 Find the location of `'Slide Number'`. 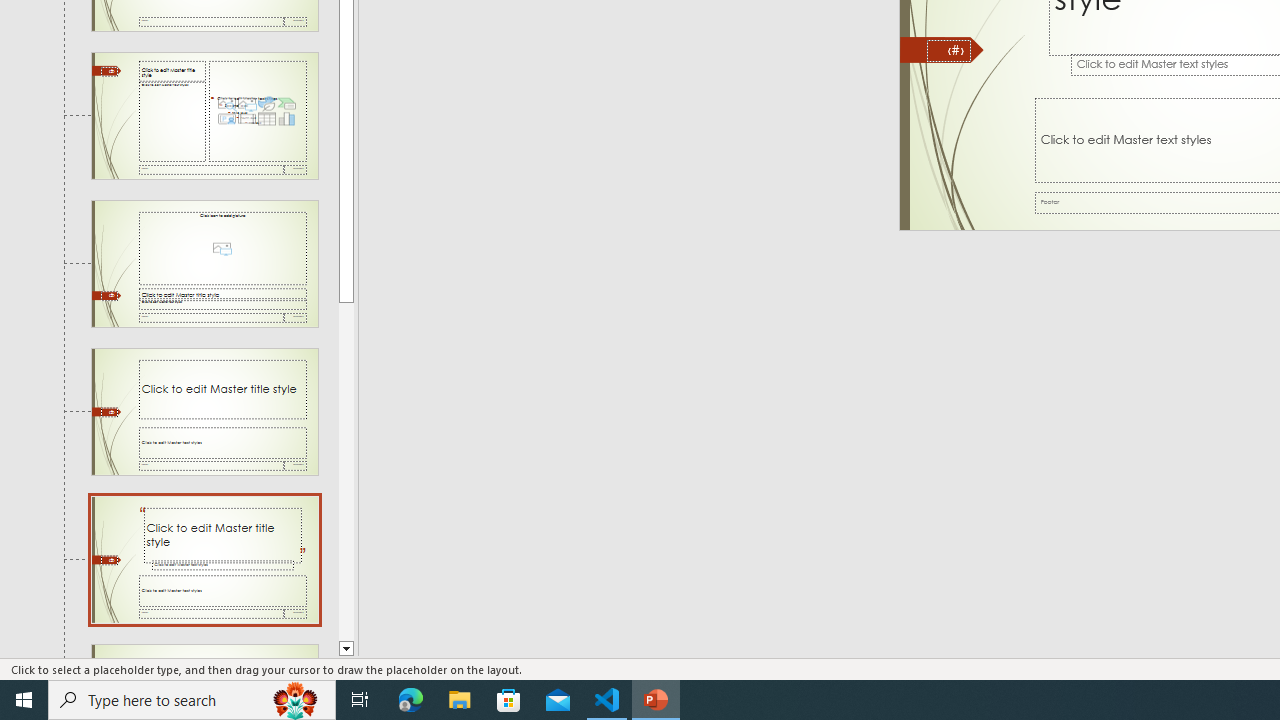

'Slide Number' is located at coordinates (948, 50).